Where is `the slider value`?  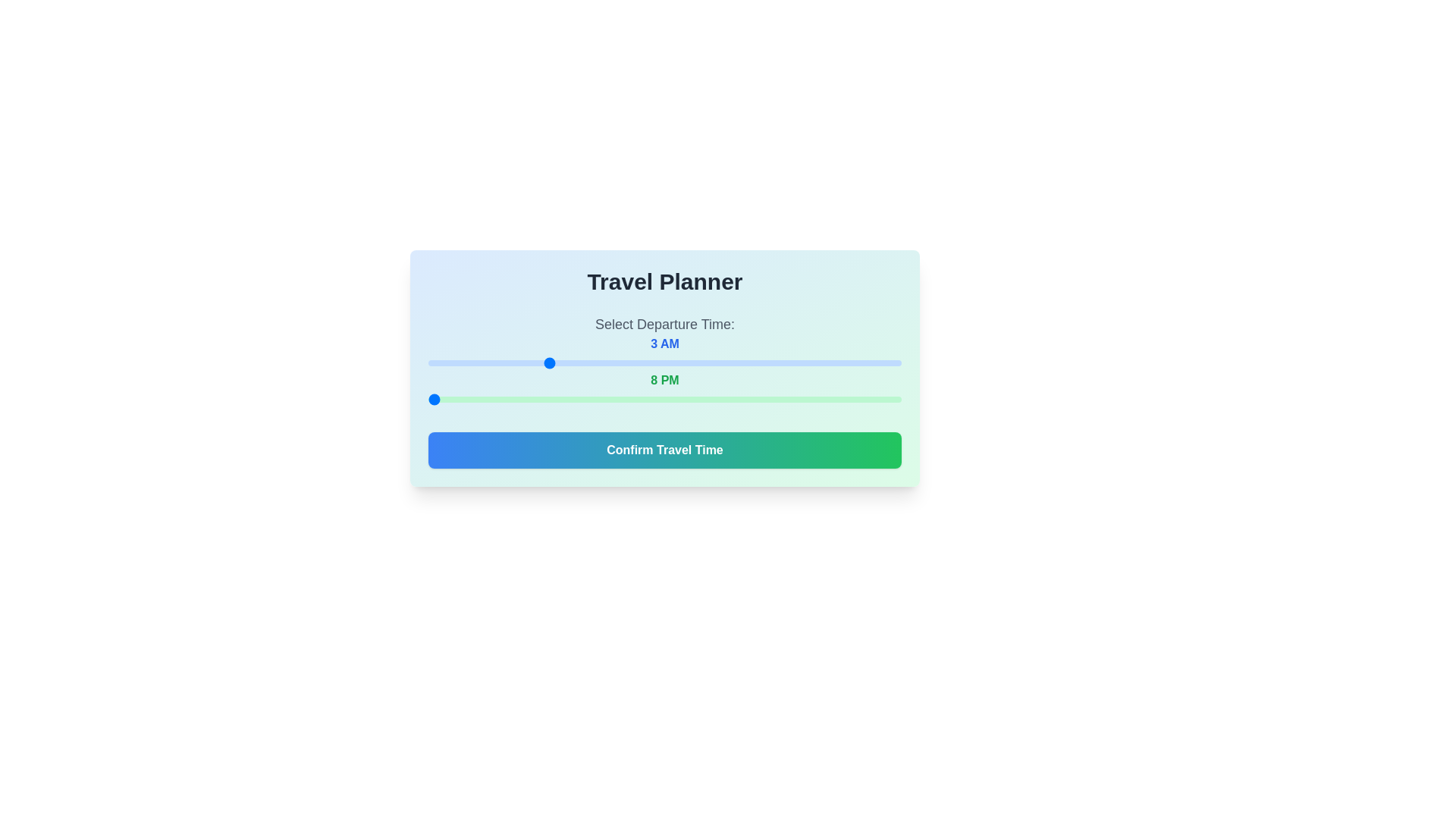 the slider value is located at coordinates (821, 399).